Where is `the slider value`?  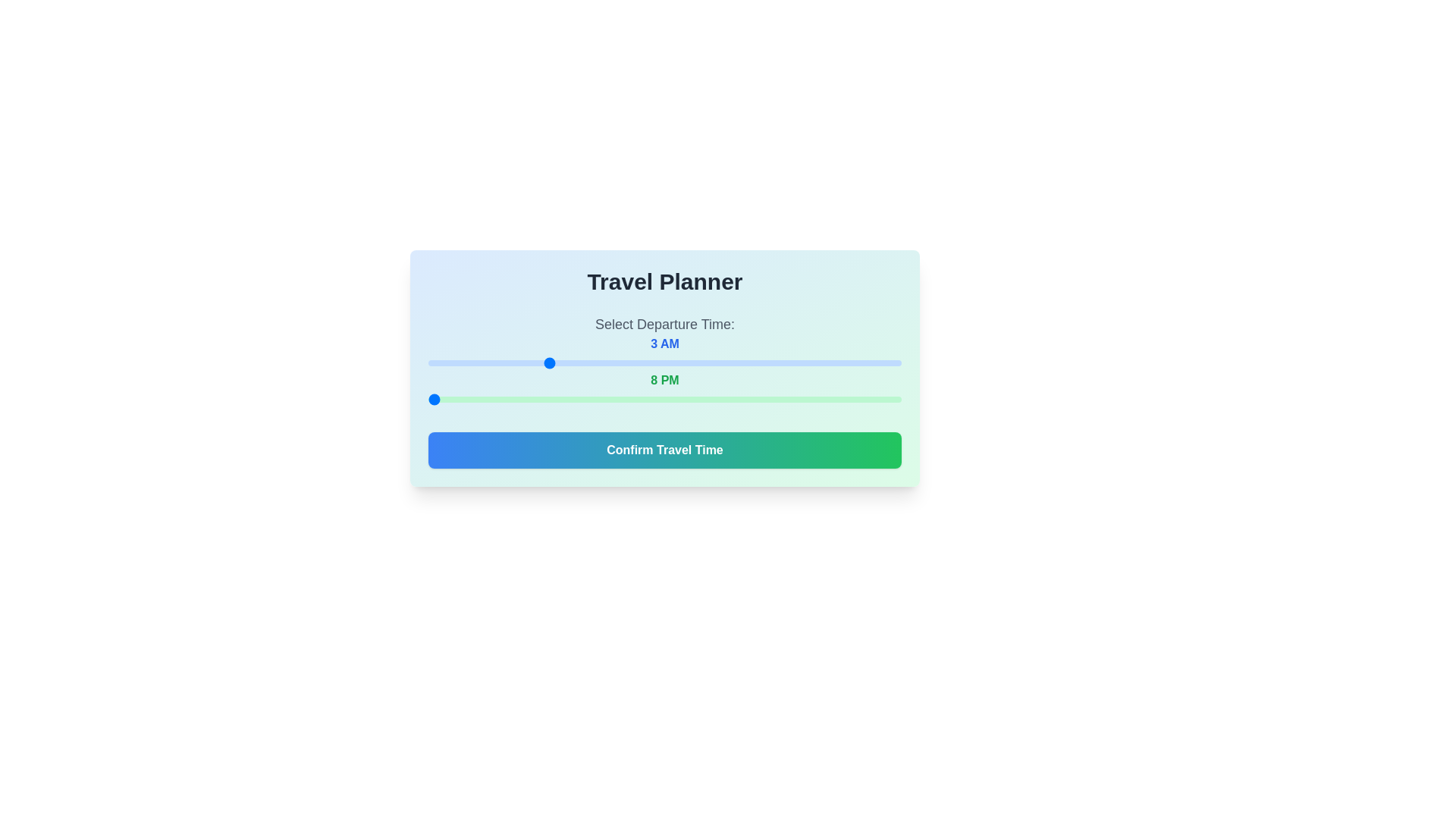 the slider value is located at coordinates (821, 399).